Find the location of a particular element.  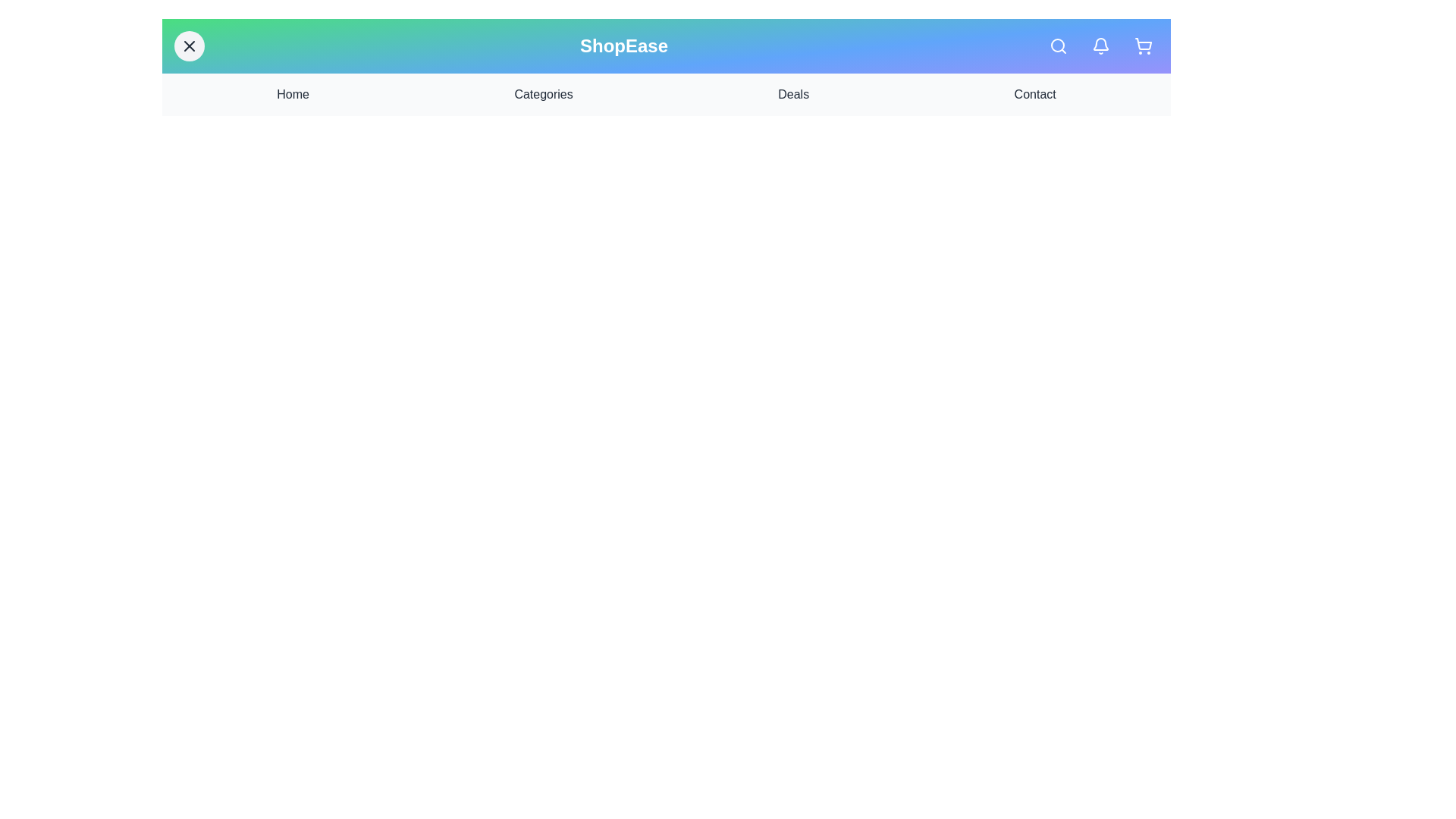

the search icon to initiate a search is located at coordinates (1058, 45).